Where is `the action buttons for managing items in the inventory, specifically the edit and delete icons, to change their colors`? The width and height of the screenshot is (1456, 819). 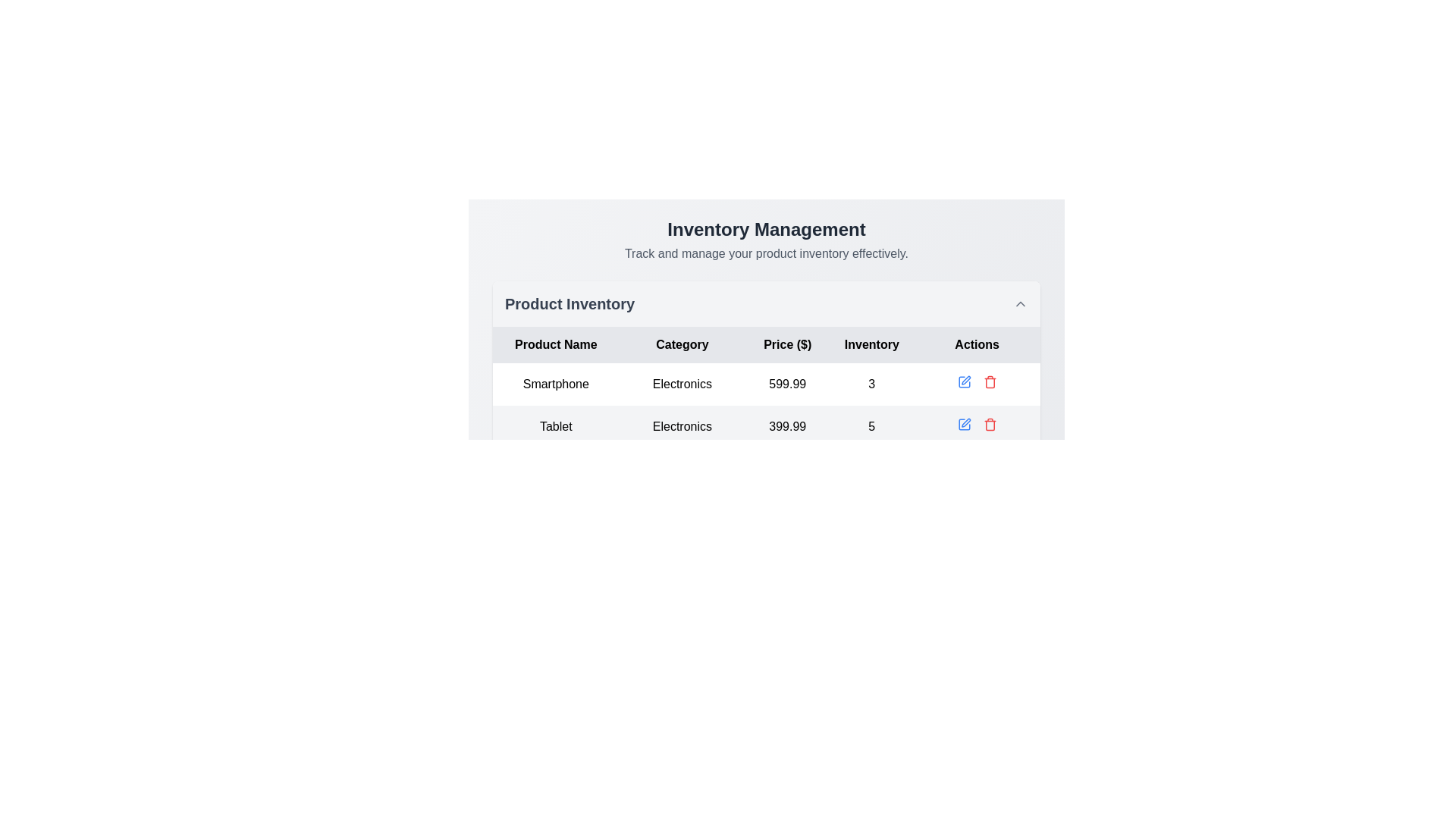 the action buttons for managing items in the inventory, specifically the edit and delete icons, to change their colors is located at coordinates (977, 381).